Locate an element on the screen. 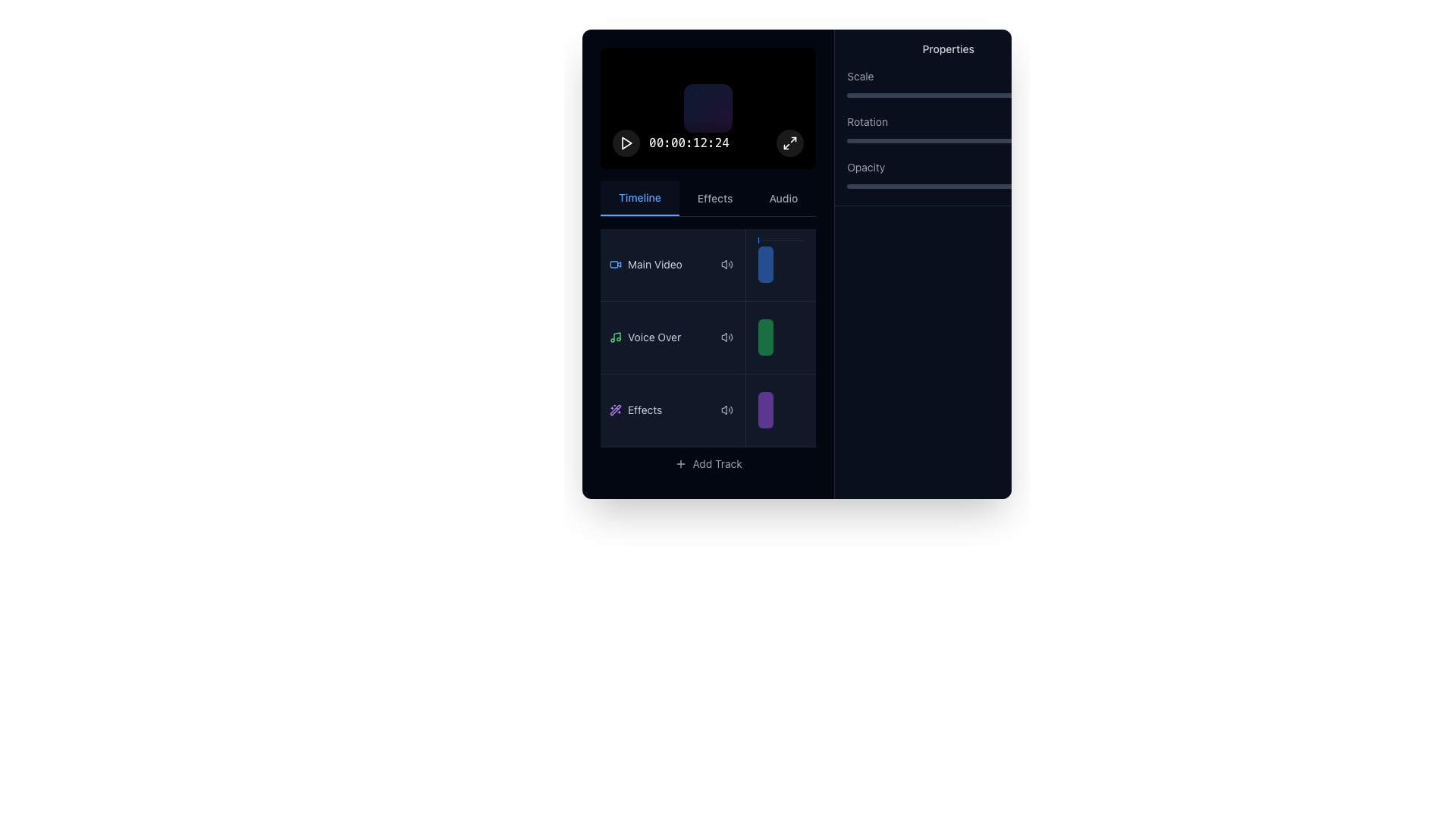  text displayed on the 'Add Track' static label, which is part of a button-like component associated with a '+' icon is located at coordinates (717, 463).